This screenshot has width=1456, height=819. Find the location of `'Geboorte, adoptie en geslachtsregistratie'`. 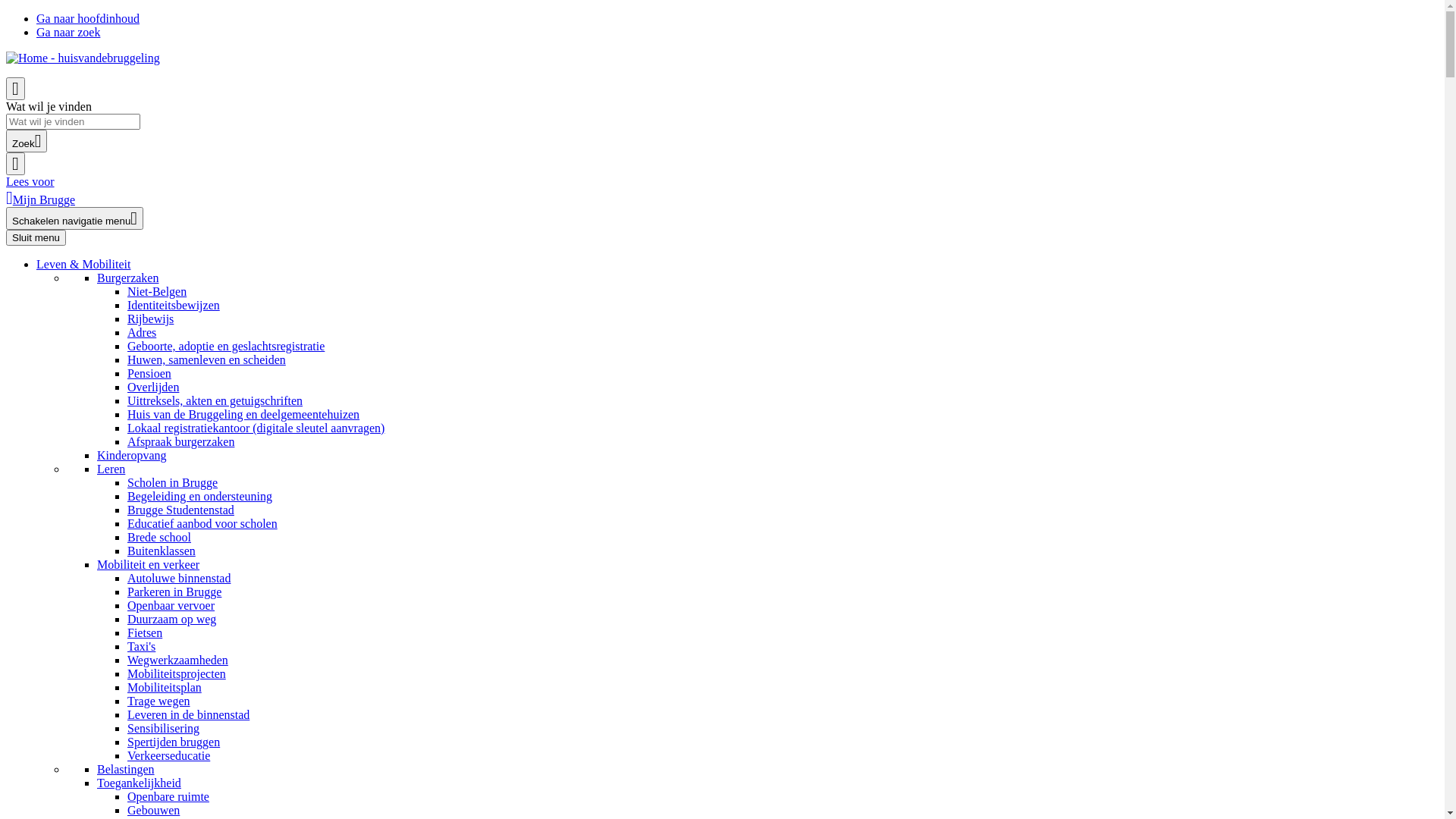

'Geboorte, adoptie en geslachtsregistratie' is located at coordinates (224, 346).